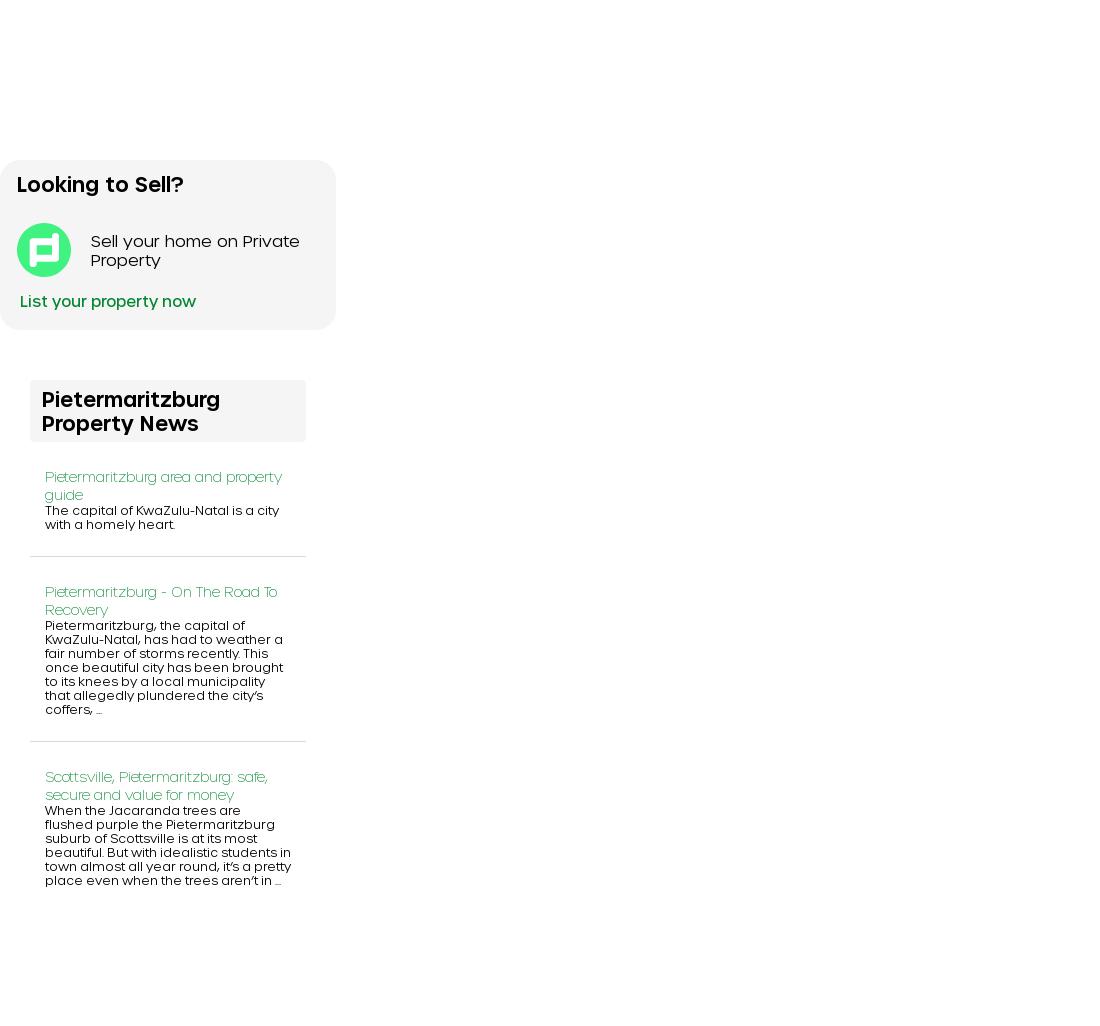  Describe the element at coordinates (100, 182) in the screenshot. I see `'Looking to Sell?'` at that location.